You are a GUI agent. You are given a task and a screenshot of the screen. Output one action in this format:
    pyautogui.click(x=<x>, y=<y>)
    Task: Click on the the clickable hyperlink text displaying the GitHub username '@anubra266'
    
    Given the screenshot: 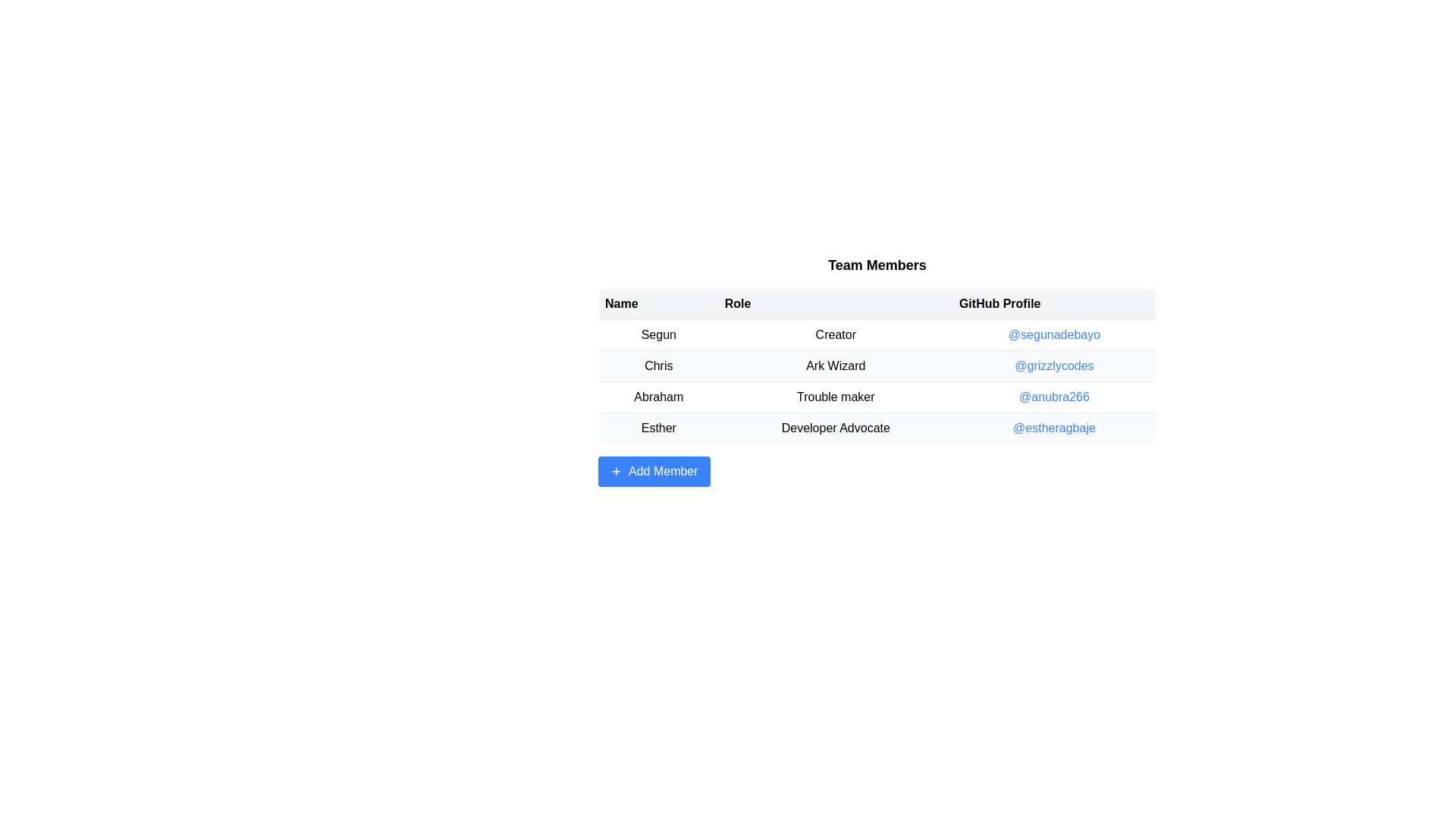 What is the action you would take?
    pyautogui.click(x=1053, y=397)
    